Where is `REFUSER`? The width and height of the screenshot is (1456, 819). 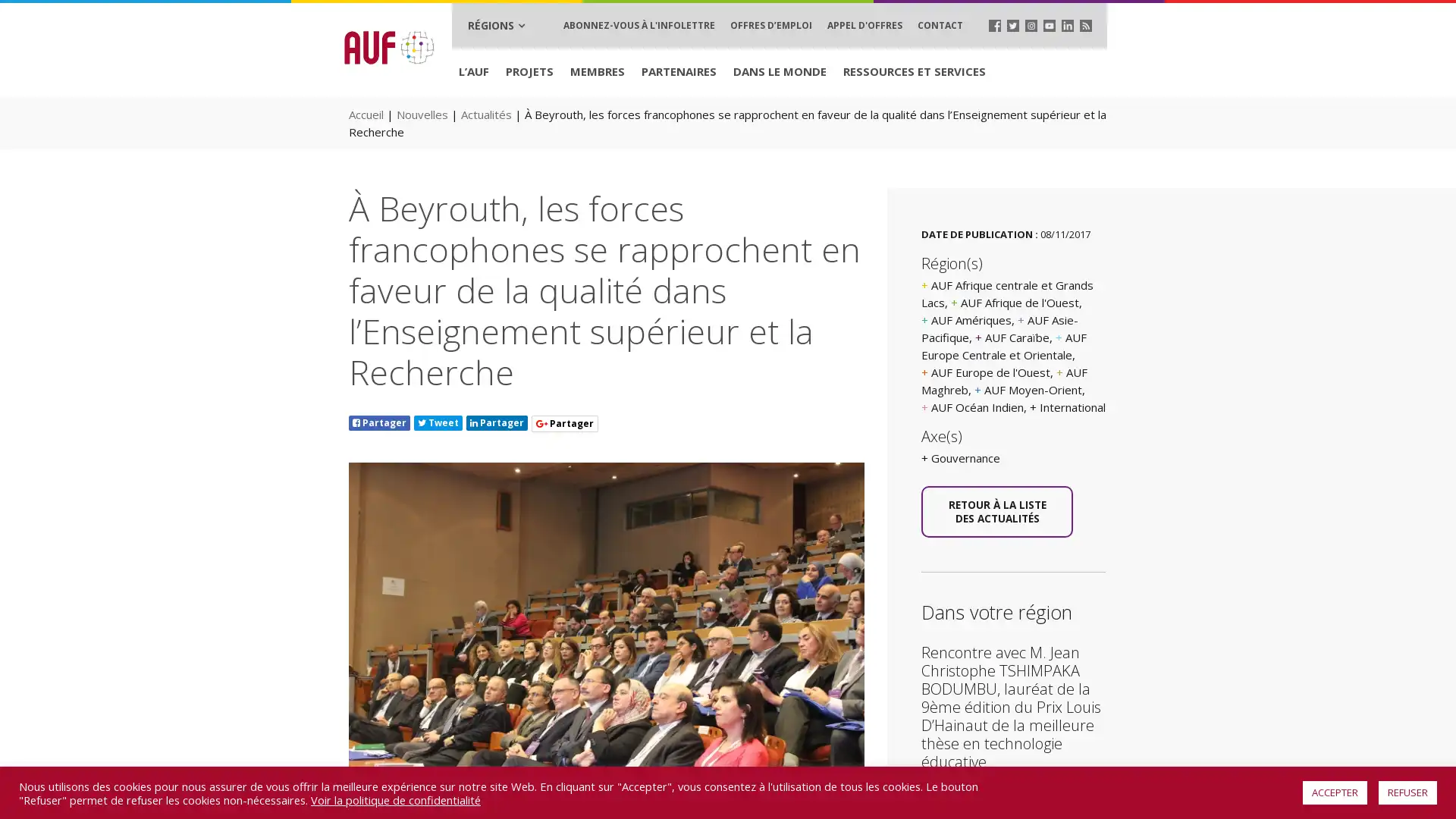 REFUSER is located at coordinates (1407, 792).